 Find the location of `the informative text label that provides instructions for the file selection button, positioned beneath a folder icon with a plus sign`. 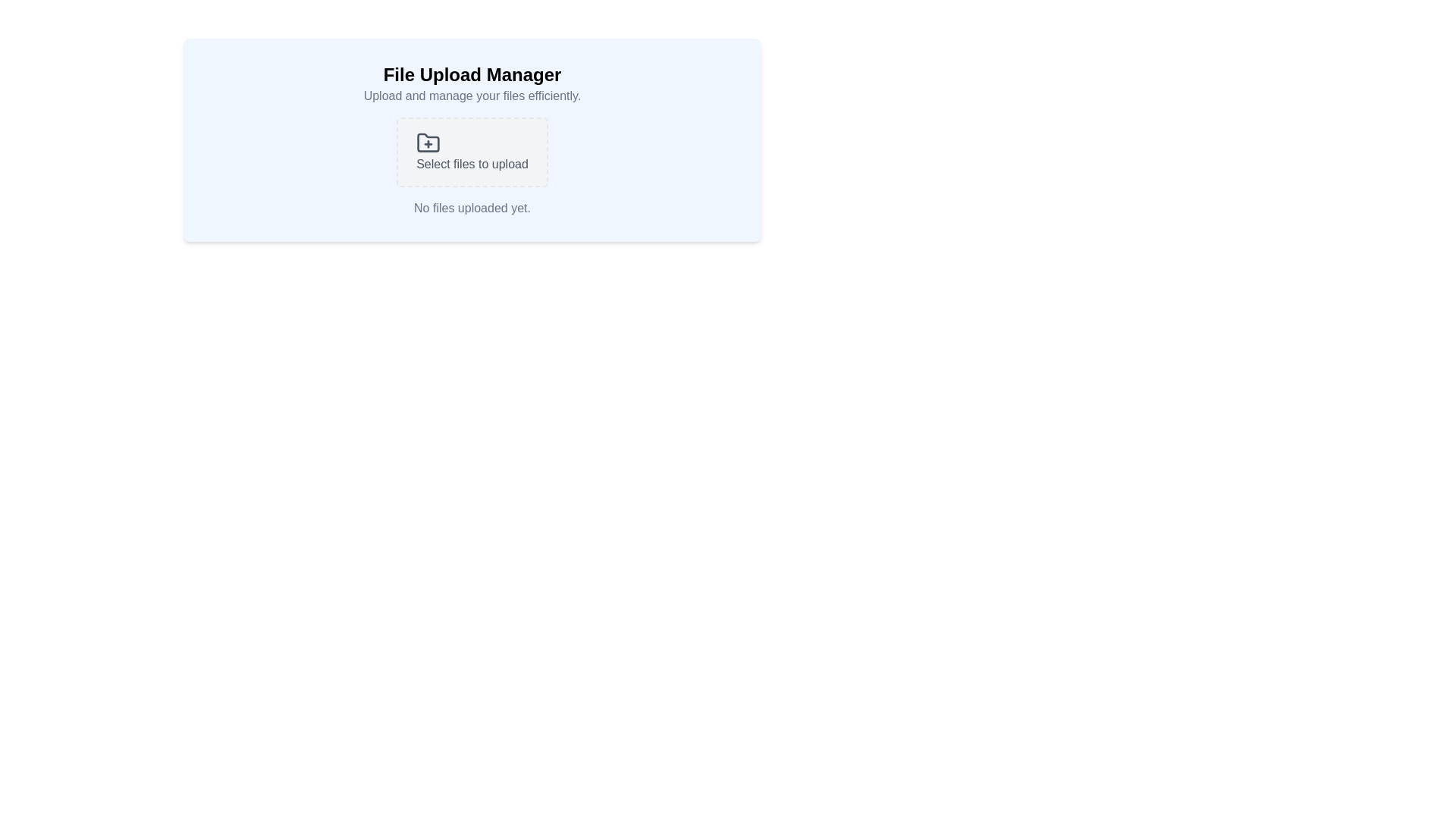

the informative text label that provides instructions for the file selection button, positioned beneath a folder icon with a plus sign is located at coordinates (472, 164).